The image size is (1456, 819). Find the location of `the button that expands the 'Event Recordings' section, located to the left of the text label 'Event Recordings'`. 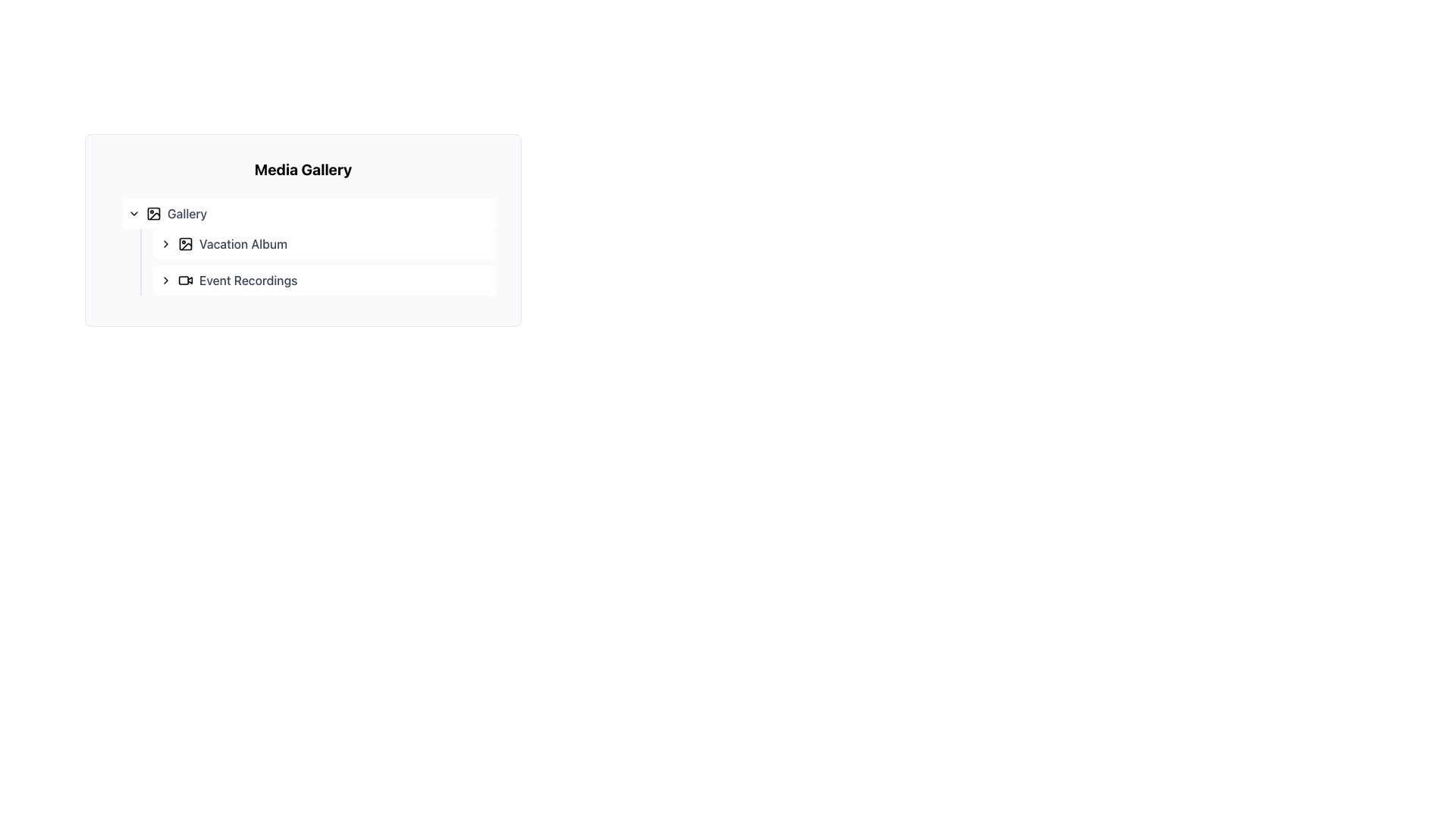

the button that expands the 'Event Recordings' section, located to the left of the text label 'Event Recordings' is located at coordinates (166, 281).